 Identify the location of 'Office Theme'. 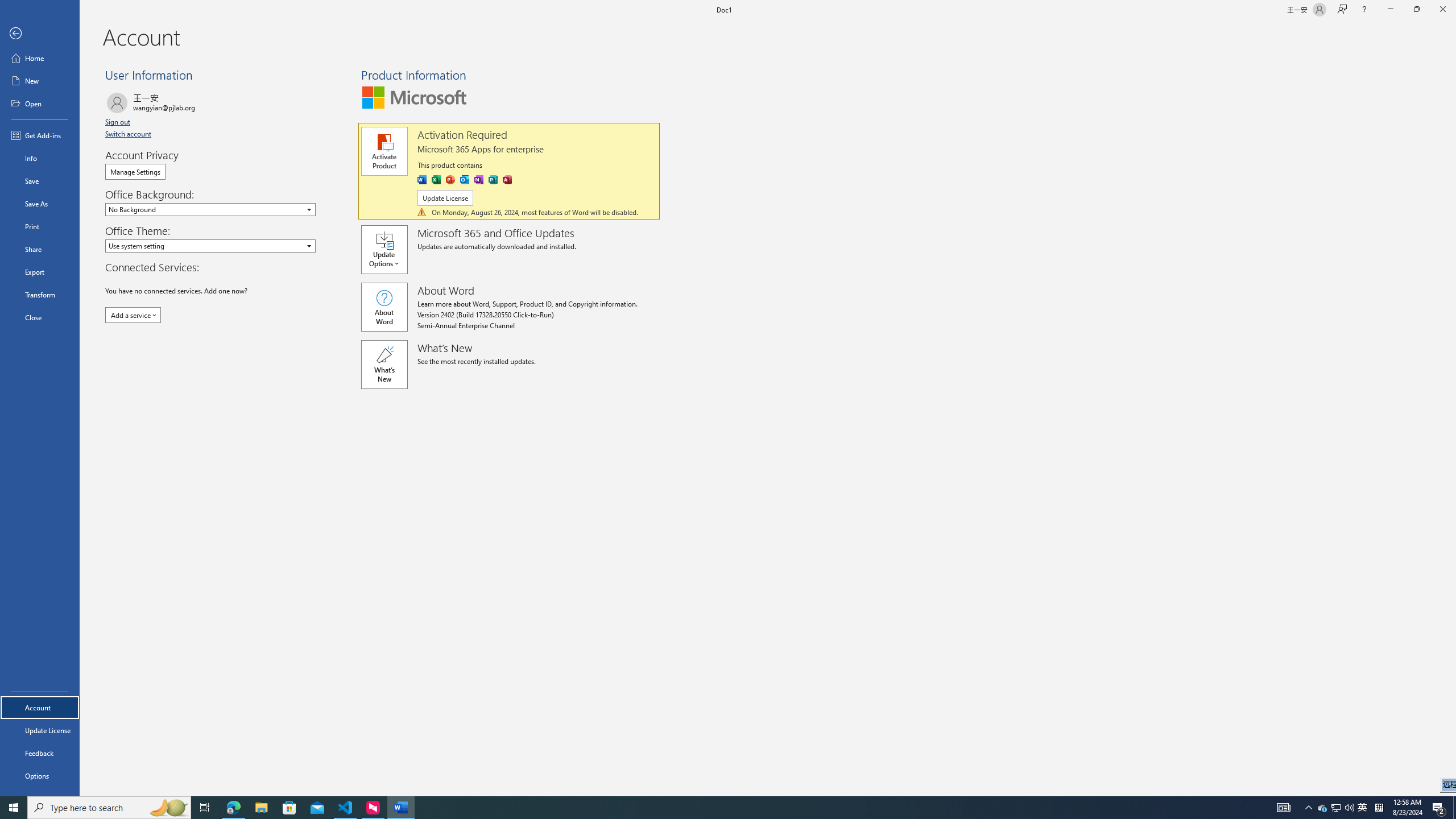
(209, 246).